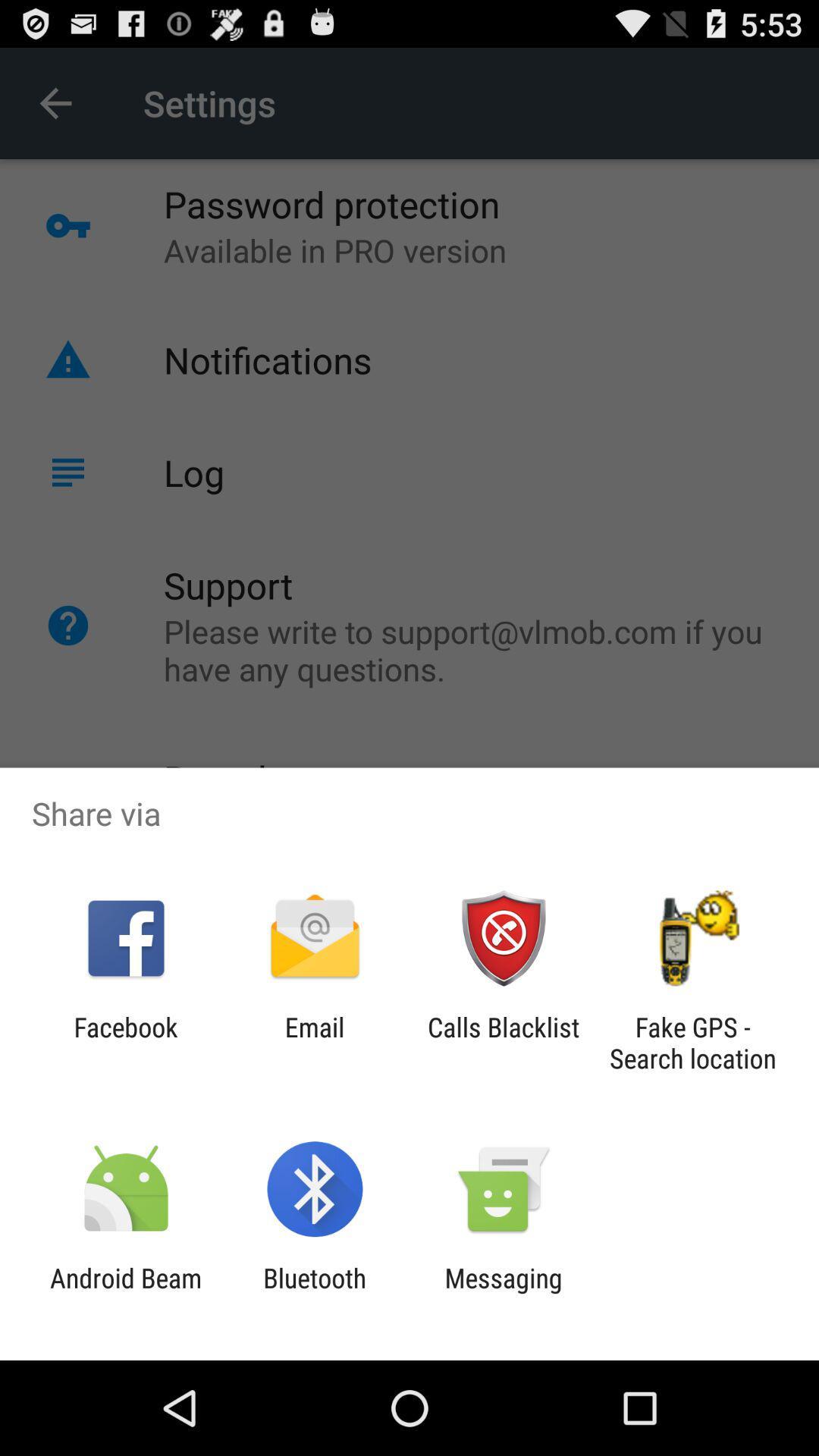 This screenshot has width=819, height=1456. I want to click on app next to the calls blacklist item, so click(692, 1042).